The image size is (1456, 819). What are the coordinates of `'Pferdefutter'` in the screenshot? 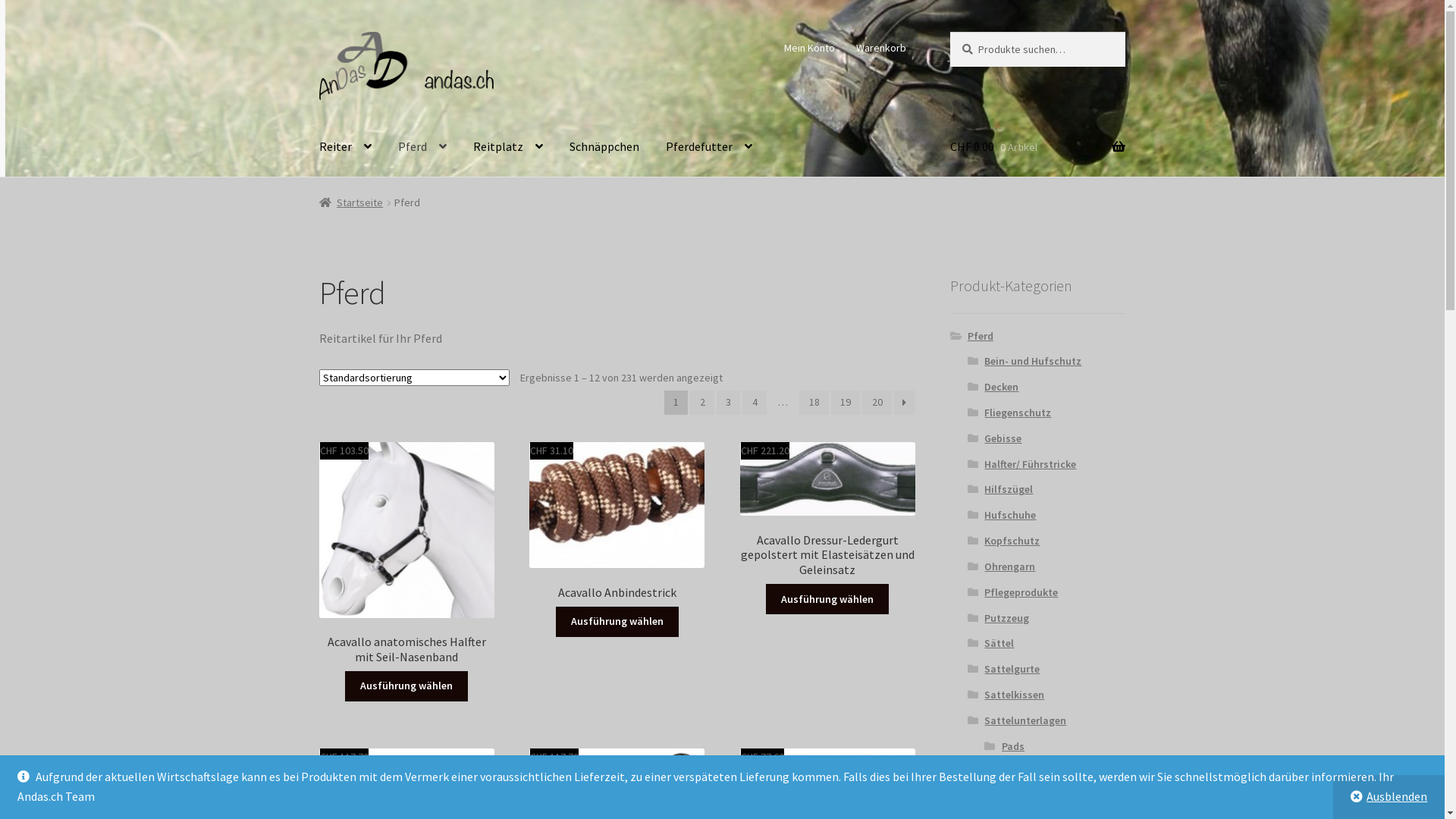 It's located at (708, 146).